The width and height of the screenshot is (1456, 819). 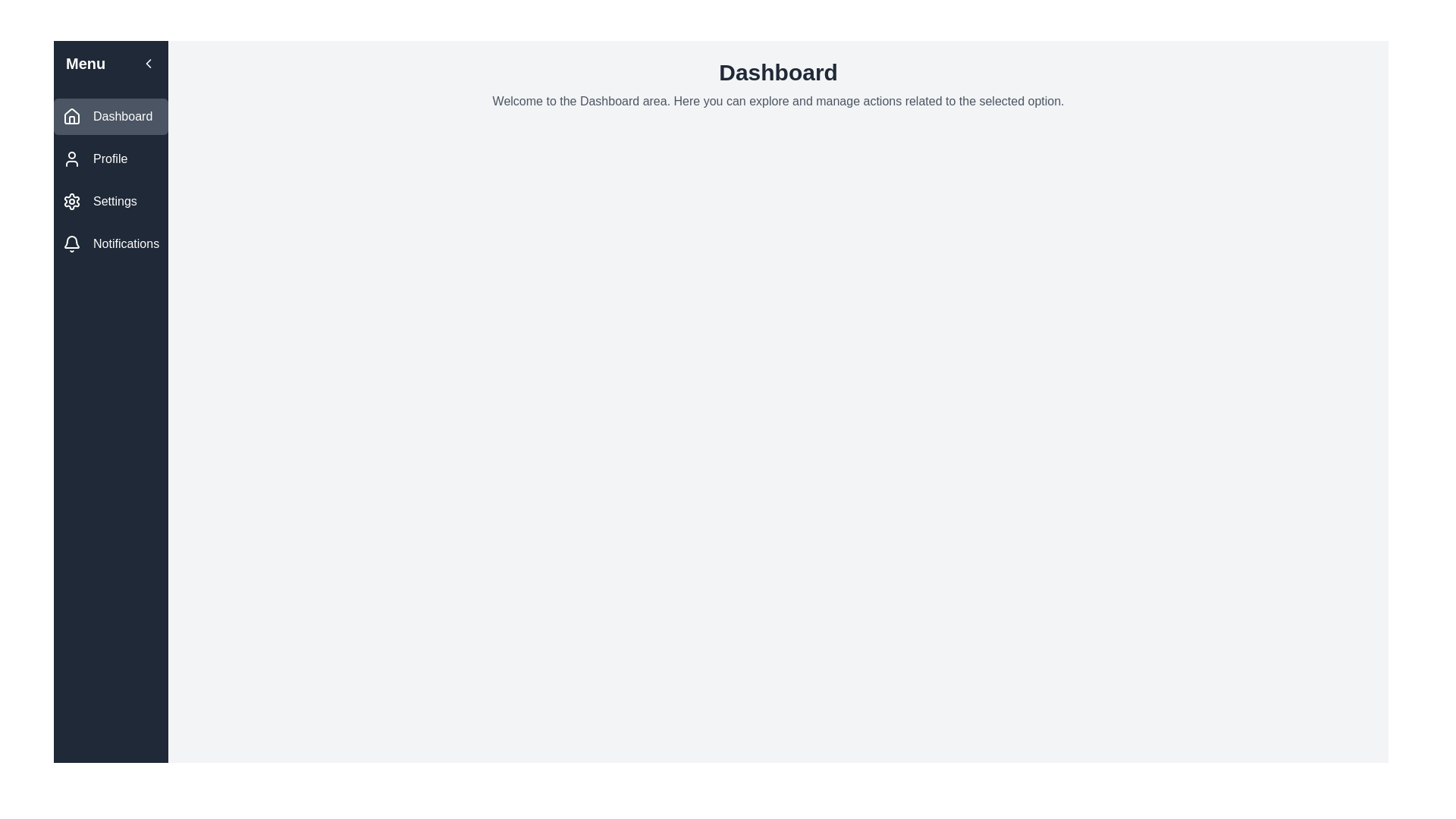 What do you see at coordinates (85, 63) in the screenshot?
I see `the bold 'Menu' text label located at the top-left of the vertical navigation panel` at bounding box center [85, 63].